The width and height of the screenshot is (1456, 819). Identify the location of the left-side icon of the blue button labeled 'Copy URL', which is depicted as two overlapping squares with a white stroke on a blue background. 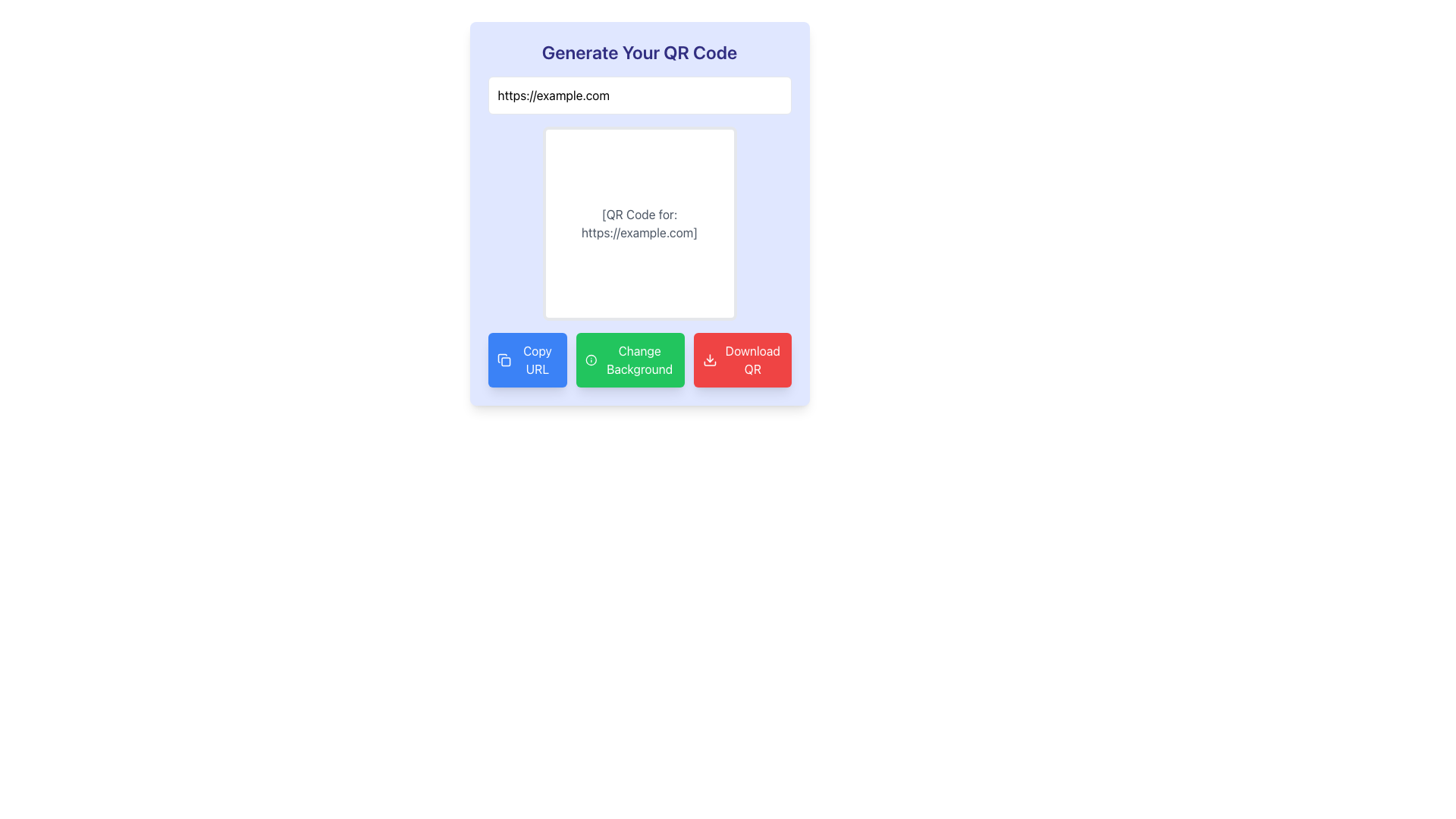
(504, 359).